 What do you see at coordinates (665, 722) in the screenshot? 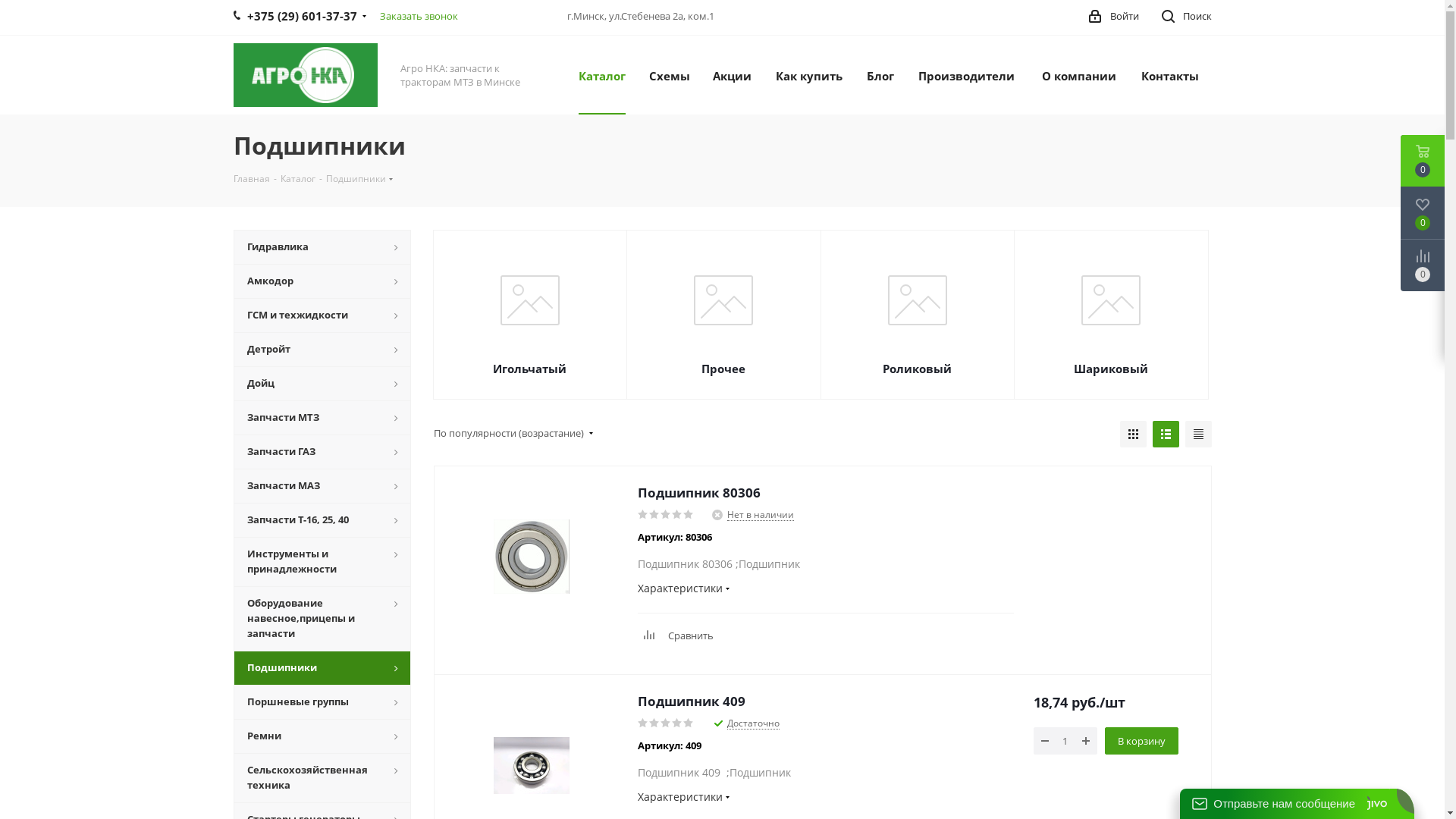
I see `'3'` at bounding box center [665, 722].